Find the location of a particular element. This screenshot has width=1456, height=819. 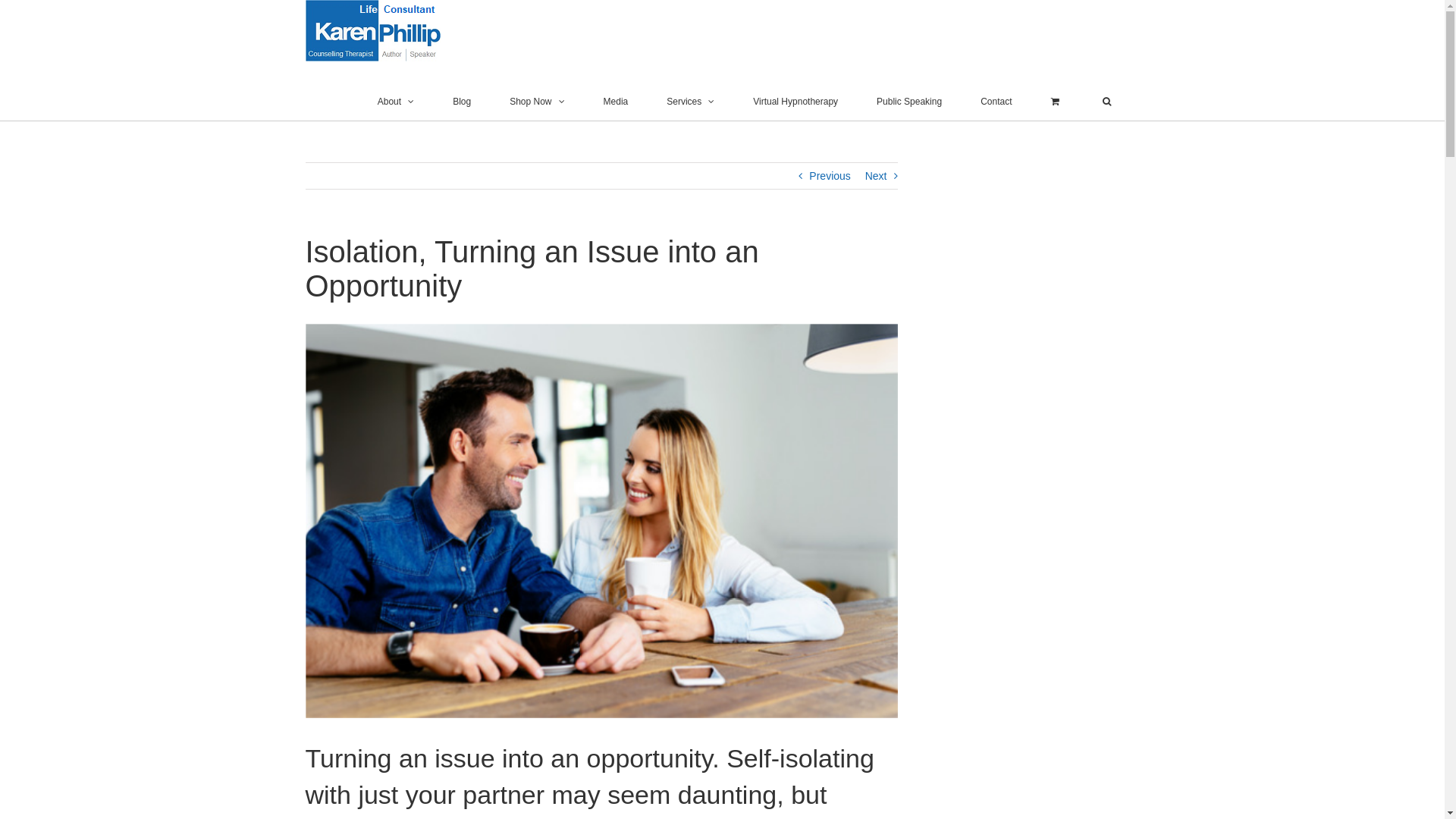

'About' is located at coordinates (396, 102).